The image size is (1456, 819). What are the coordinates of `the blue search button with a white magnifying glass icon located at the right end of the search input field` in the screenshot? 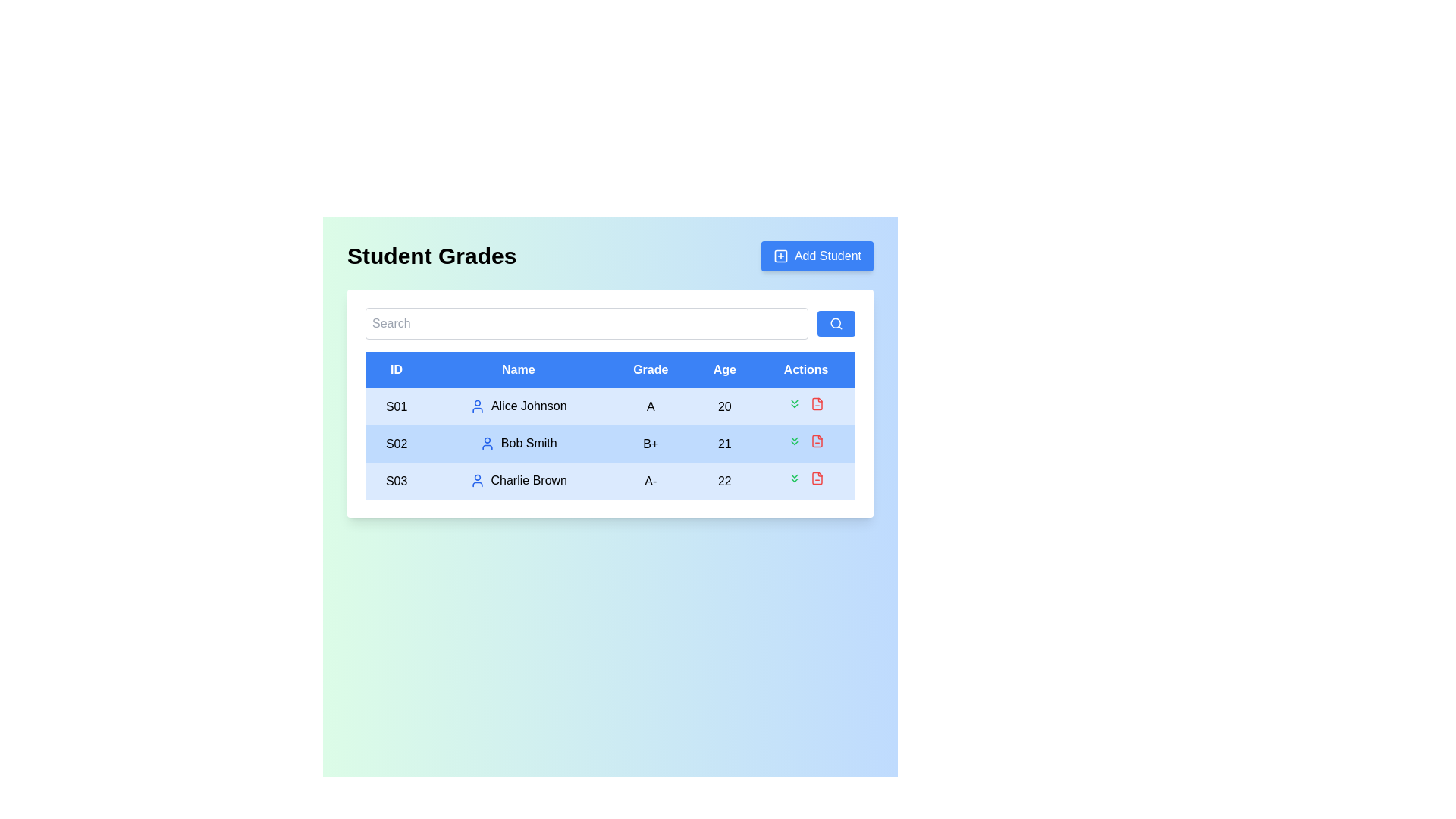 It's located at (836, 323).